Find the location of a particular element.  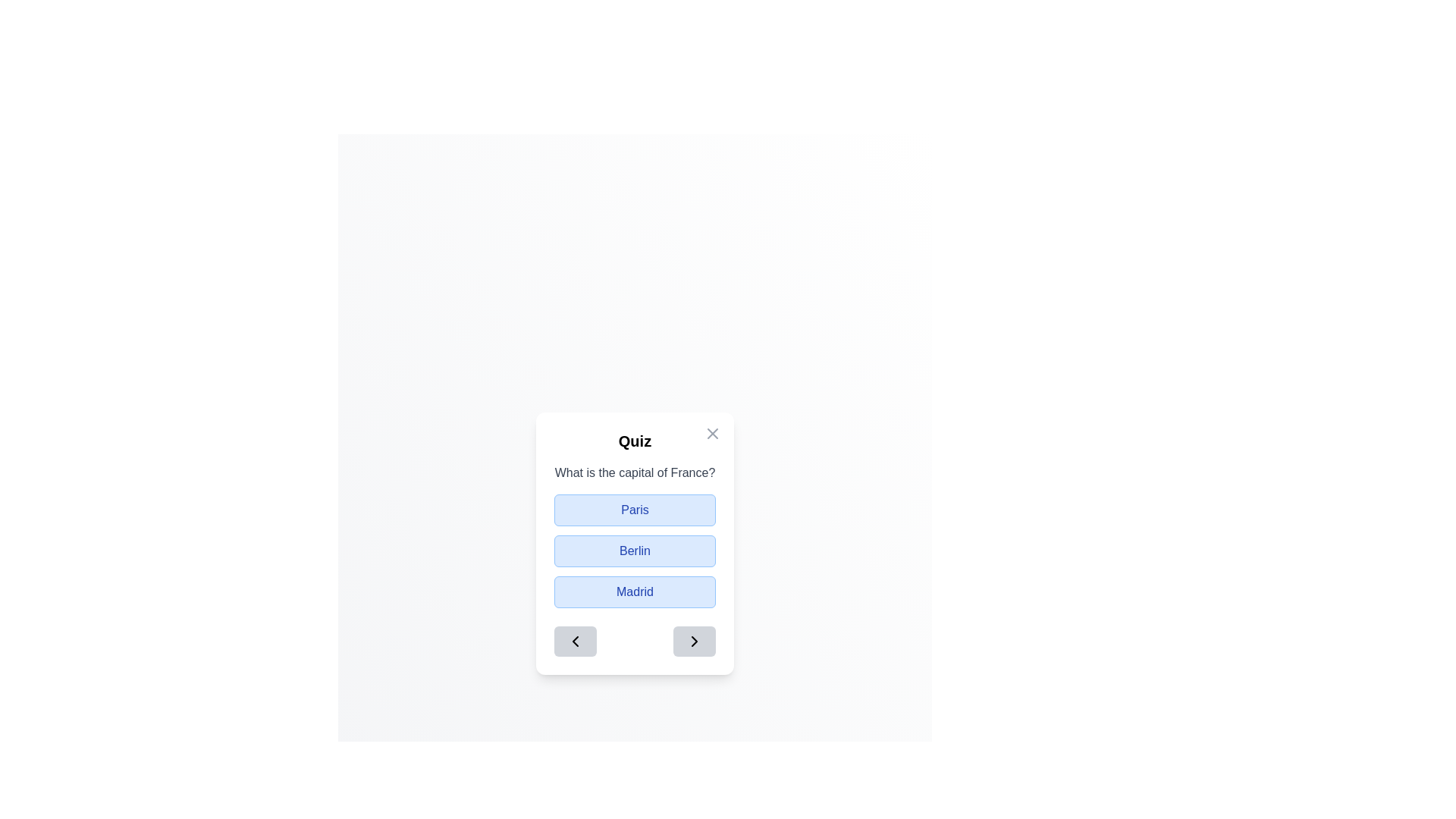

the static text header indicating the quiz topic within the quiz interface, positioned above the question 'What is the capital of France?' and below an interactive button in the top-right corner is located at coordinates (635, 441).